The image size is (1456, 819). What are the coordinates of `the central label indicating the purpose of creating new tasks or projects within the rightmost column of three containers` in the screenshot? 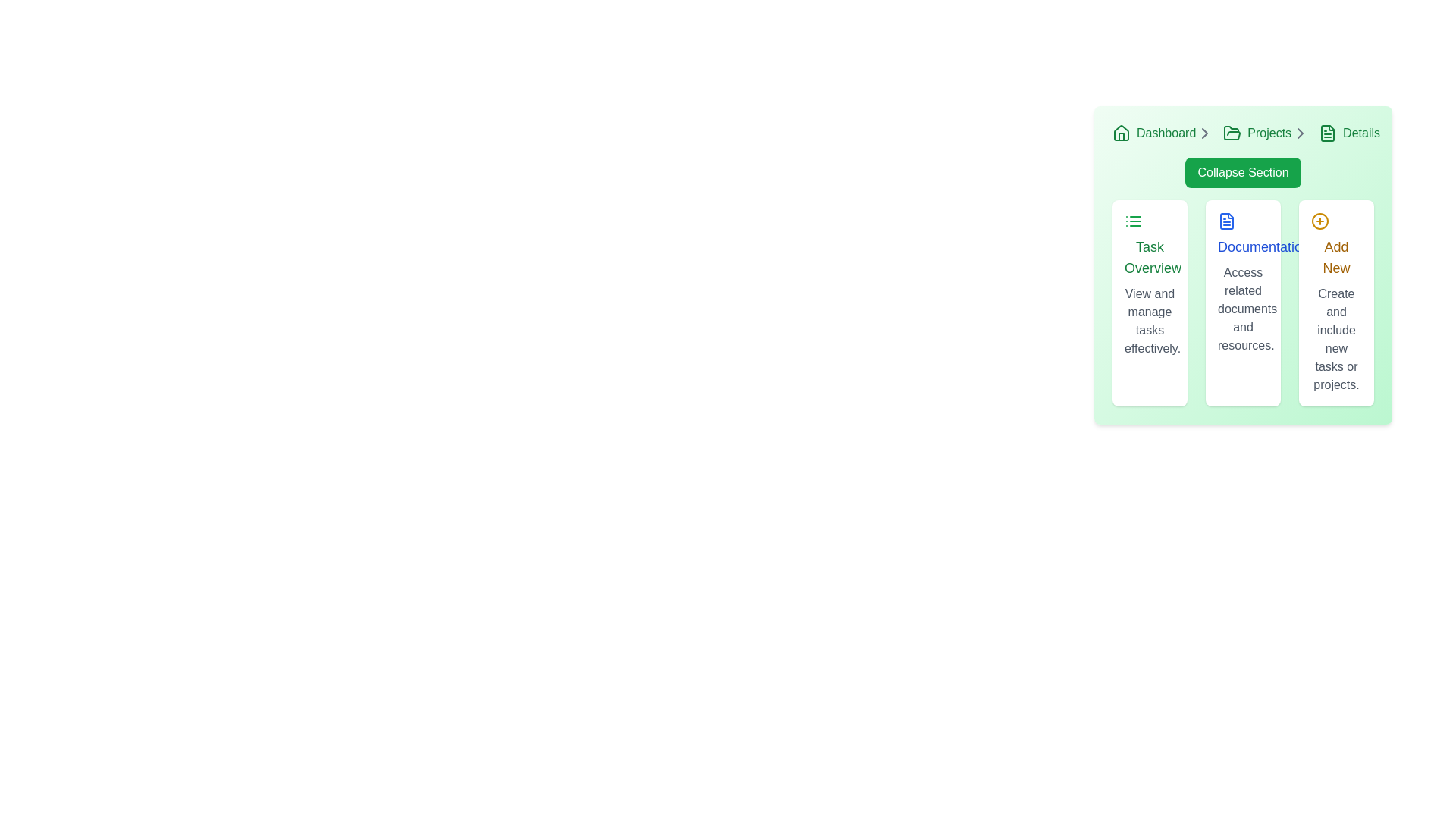 It's located at (1336, 256).